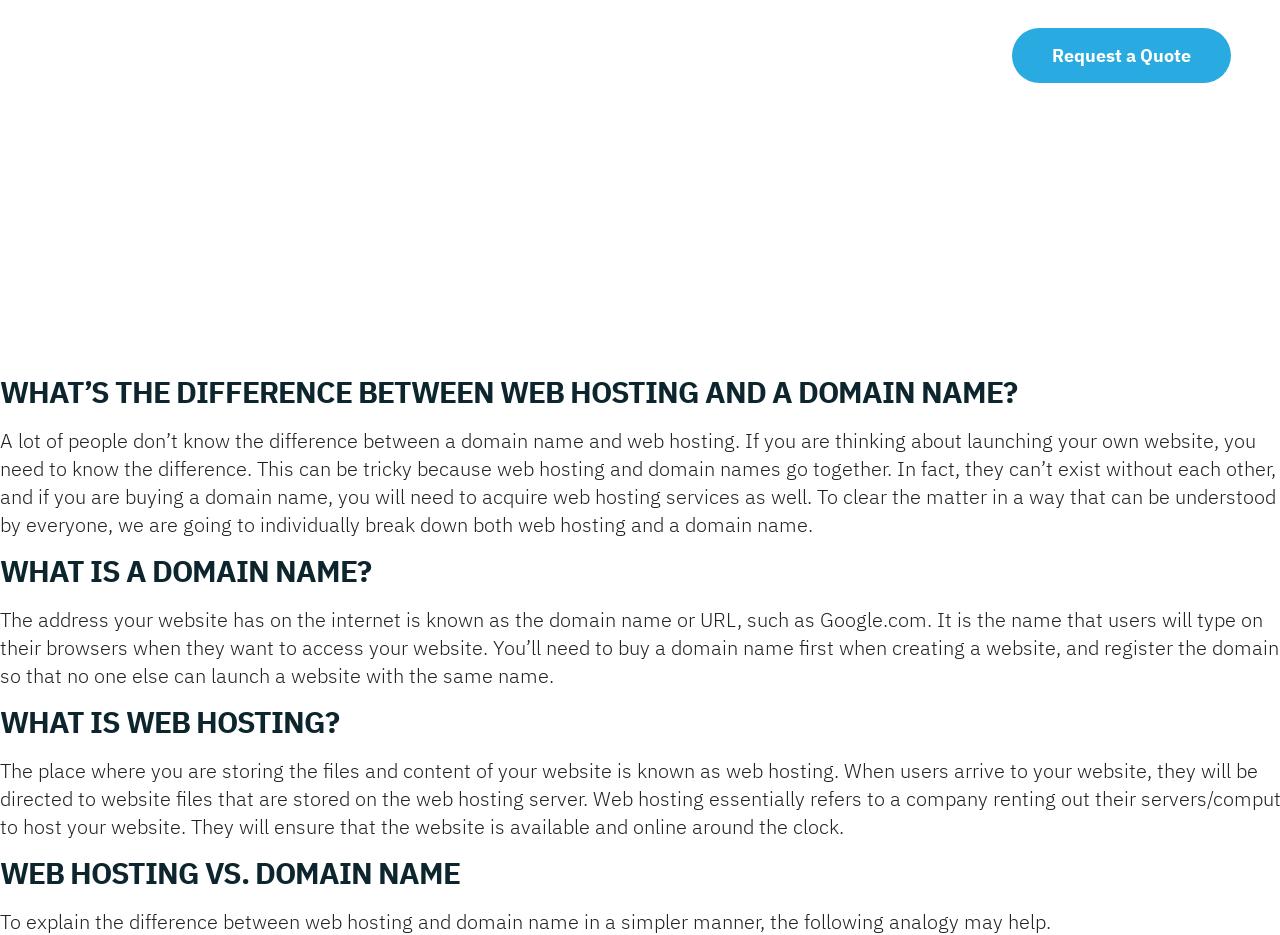 This screenshot has width=1280, height=935. What do you see at coordinates (516, 248) in the screenshot?
I see `'Graphic Design'` at bounding box center [516, 248].